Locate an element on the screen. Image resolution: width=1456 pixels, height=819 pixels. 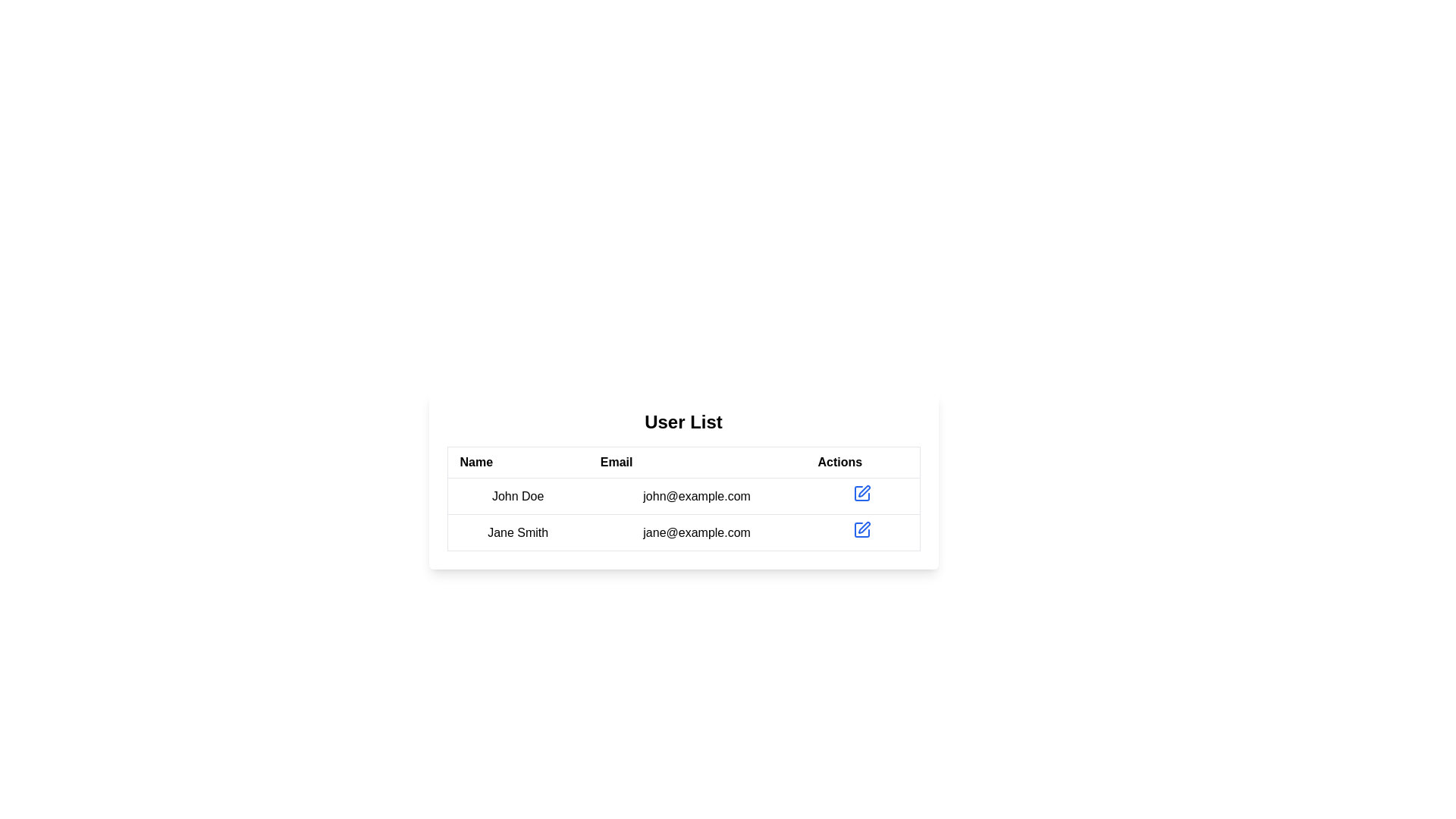
name identifier located in the first row and first column of the user list table, which is positioned next to the email address 'john@example.com.' is located at coordinates (517, 496).